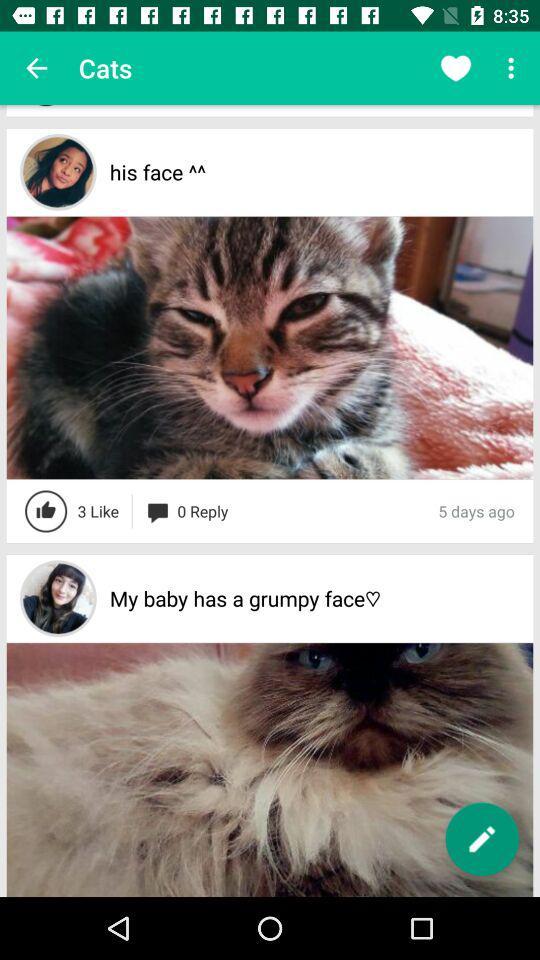  Describe the element at coordinates (481, 839) in the screenshot. I see `the edit icon` at that location.